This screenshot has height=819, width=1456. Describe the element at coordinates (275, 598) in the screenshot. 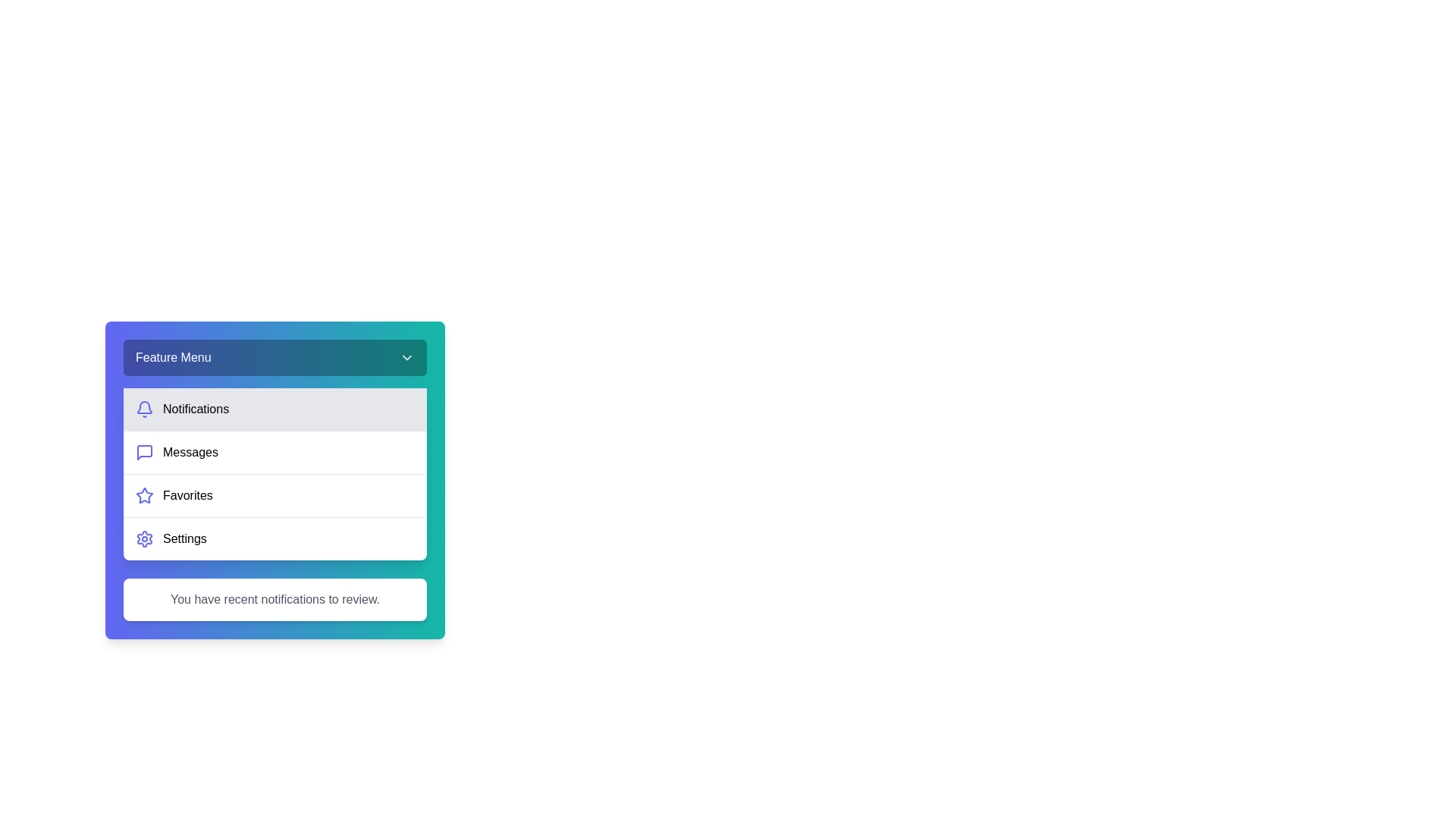

I see `the static text element that provides a summary of recent notifications, located within a white box with rounded corners near the bottom of the vertical menu interface` at that location.